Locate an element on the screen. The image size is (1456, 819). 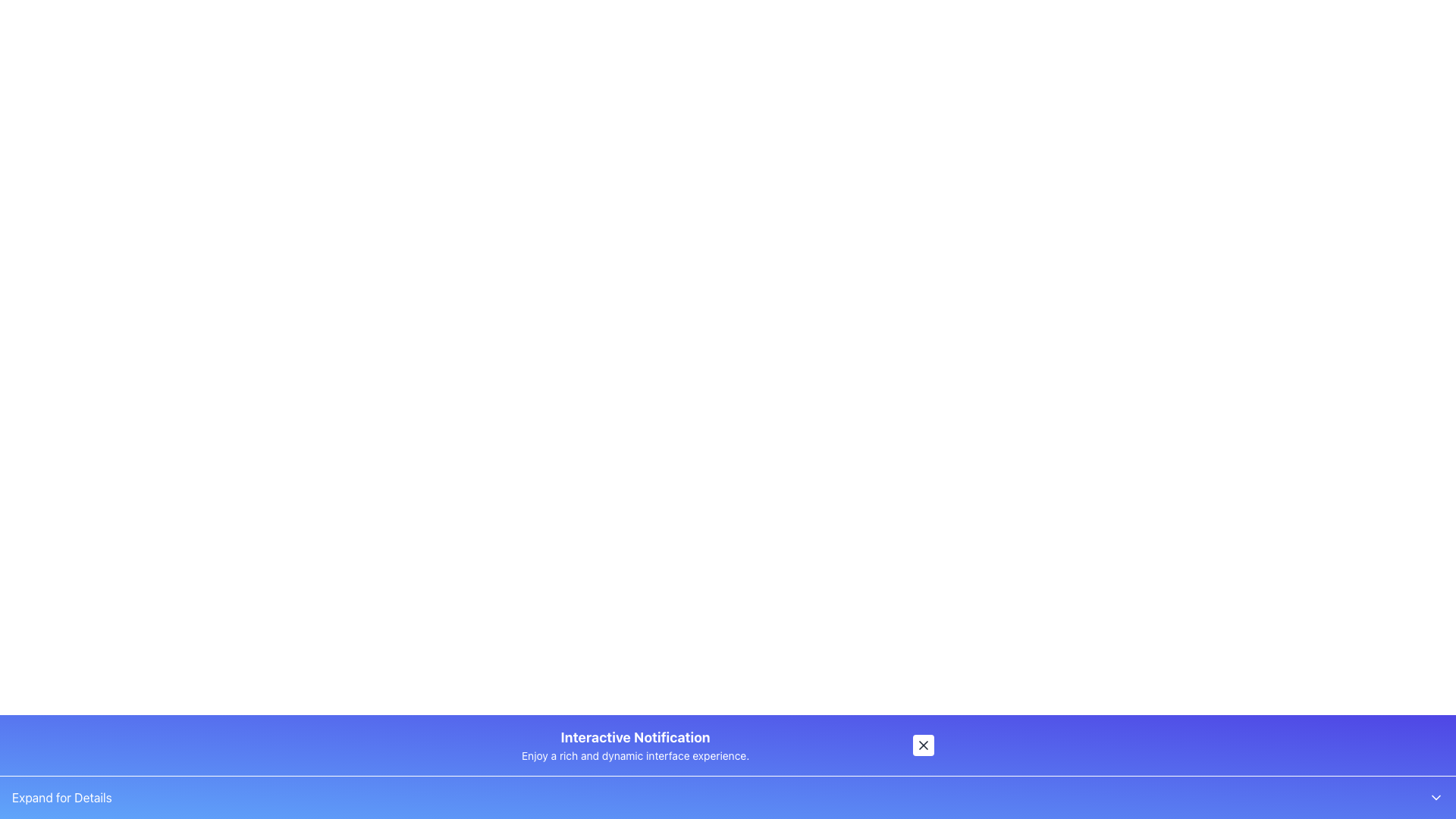
the small square button with rounded corners that has a black 'X' icon in the center is located at coordinates (923, 745).